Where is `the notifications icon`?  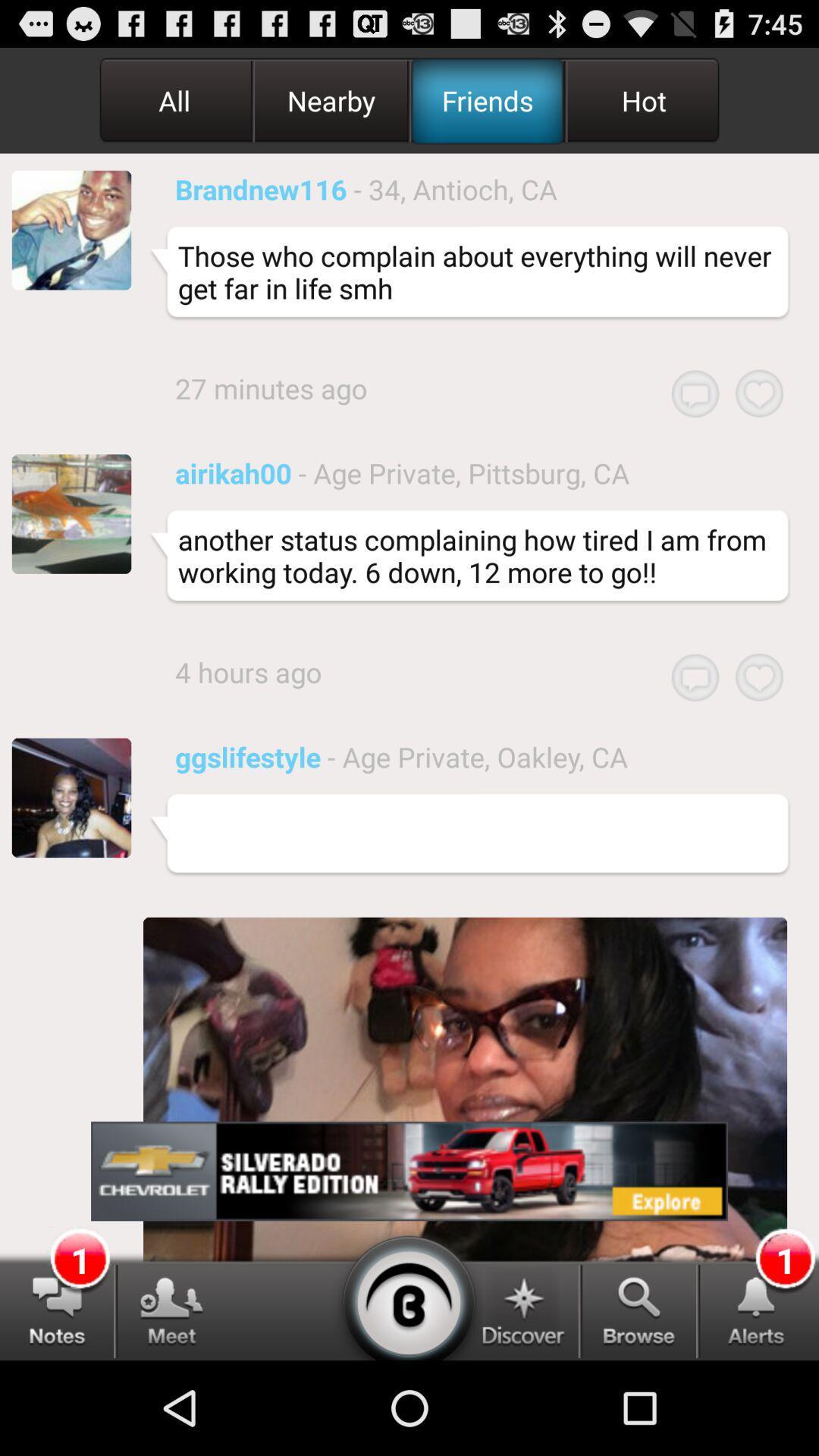 the notifications icon is located at coordinates (757, 1401).